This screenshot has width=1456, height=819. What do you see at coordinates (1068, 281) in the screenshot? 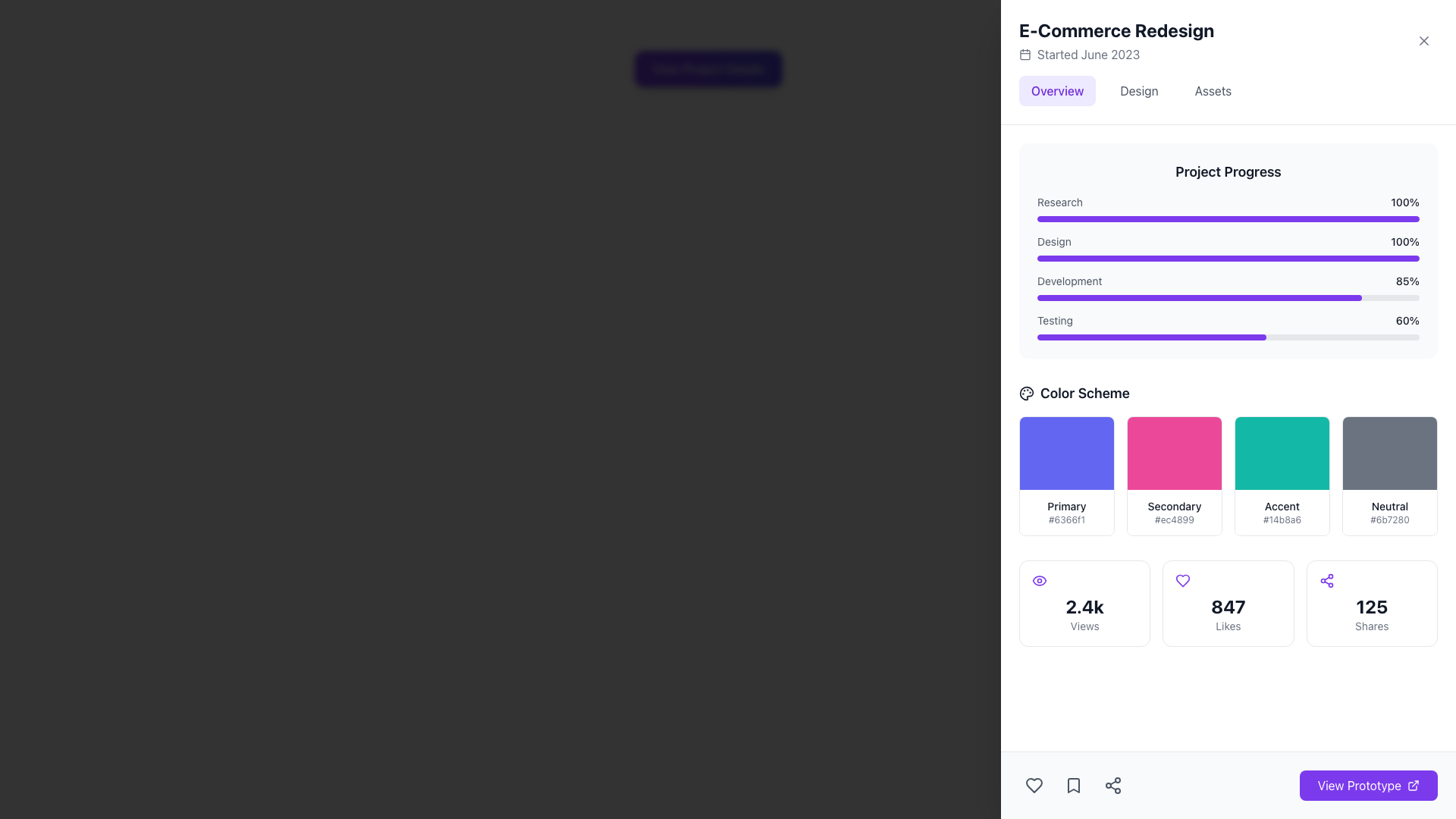
I see `the 'Development' text label styled in a small, gray font within the project progress section` at bounding box center [1068, 281].